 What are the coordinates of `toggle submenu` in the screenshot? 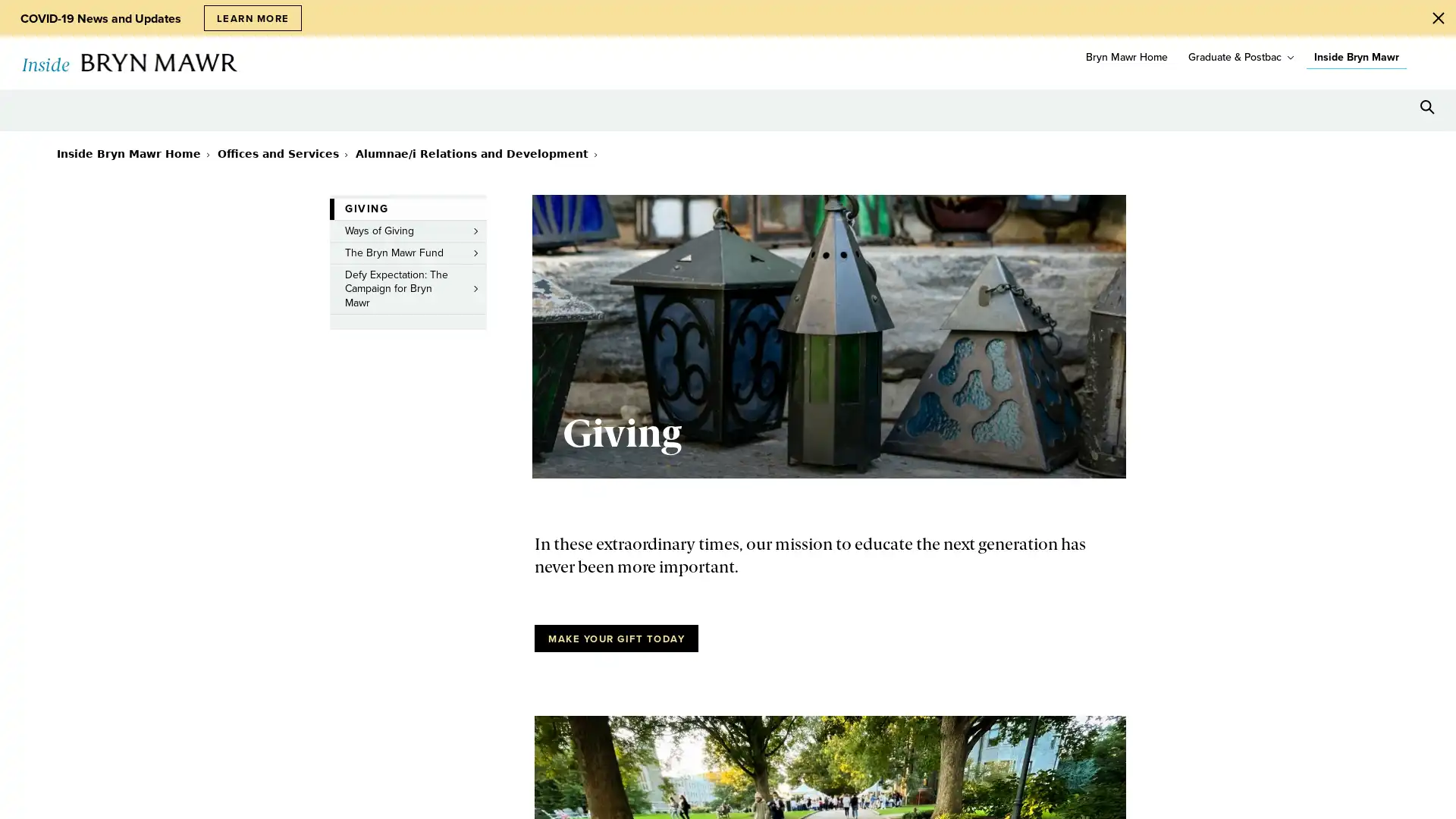 It's located at (174, 99).